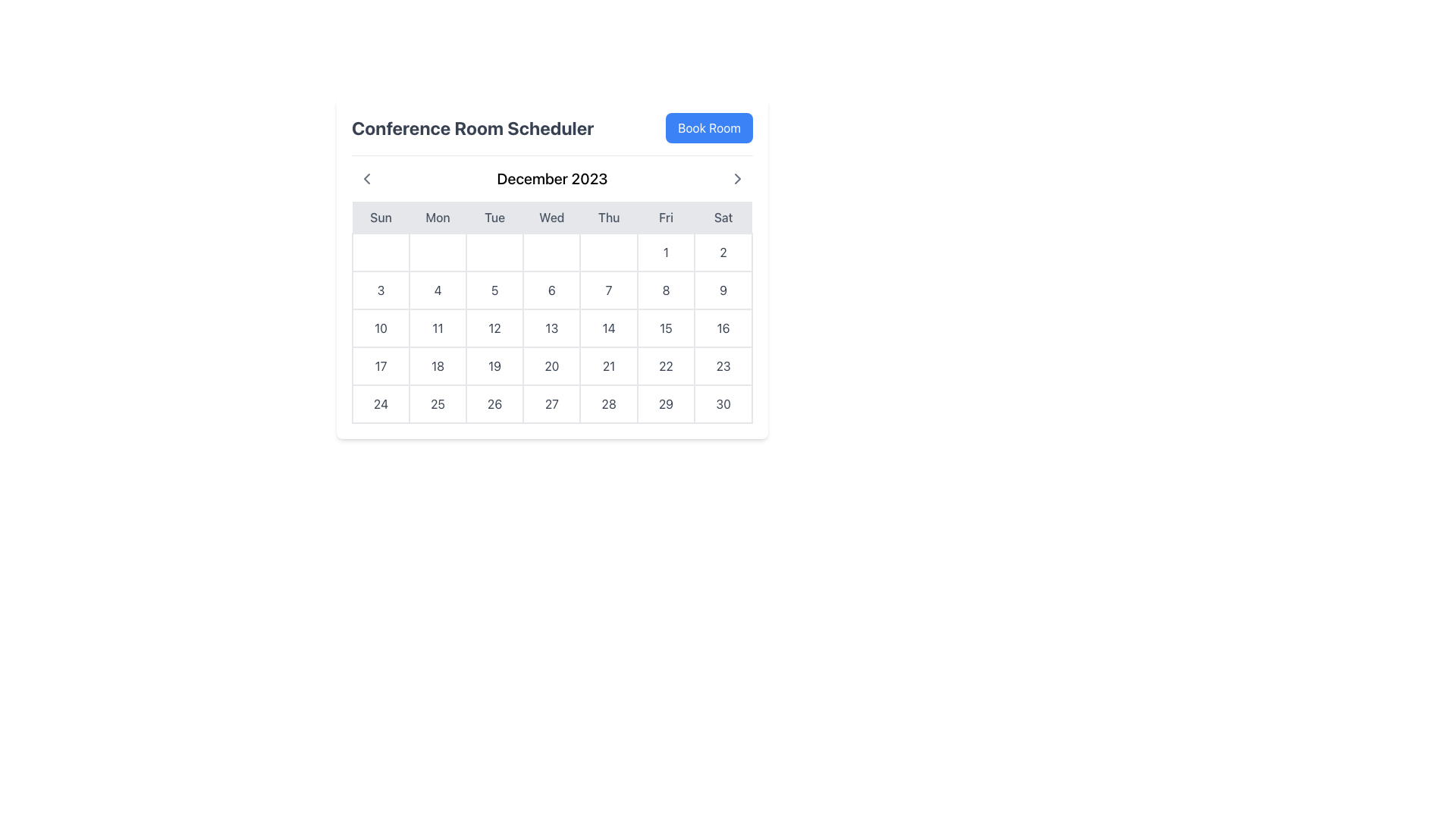 The width and height of the screenshot is (1456, 819). What do you see at coordinates (723, 251) in the screenshot?
I see `the rounded rectangular button displaying the number '2' in the bottom-right corner of the calendar` at bounding box center [723, 251].